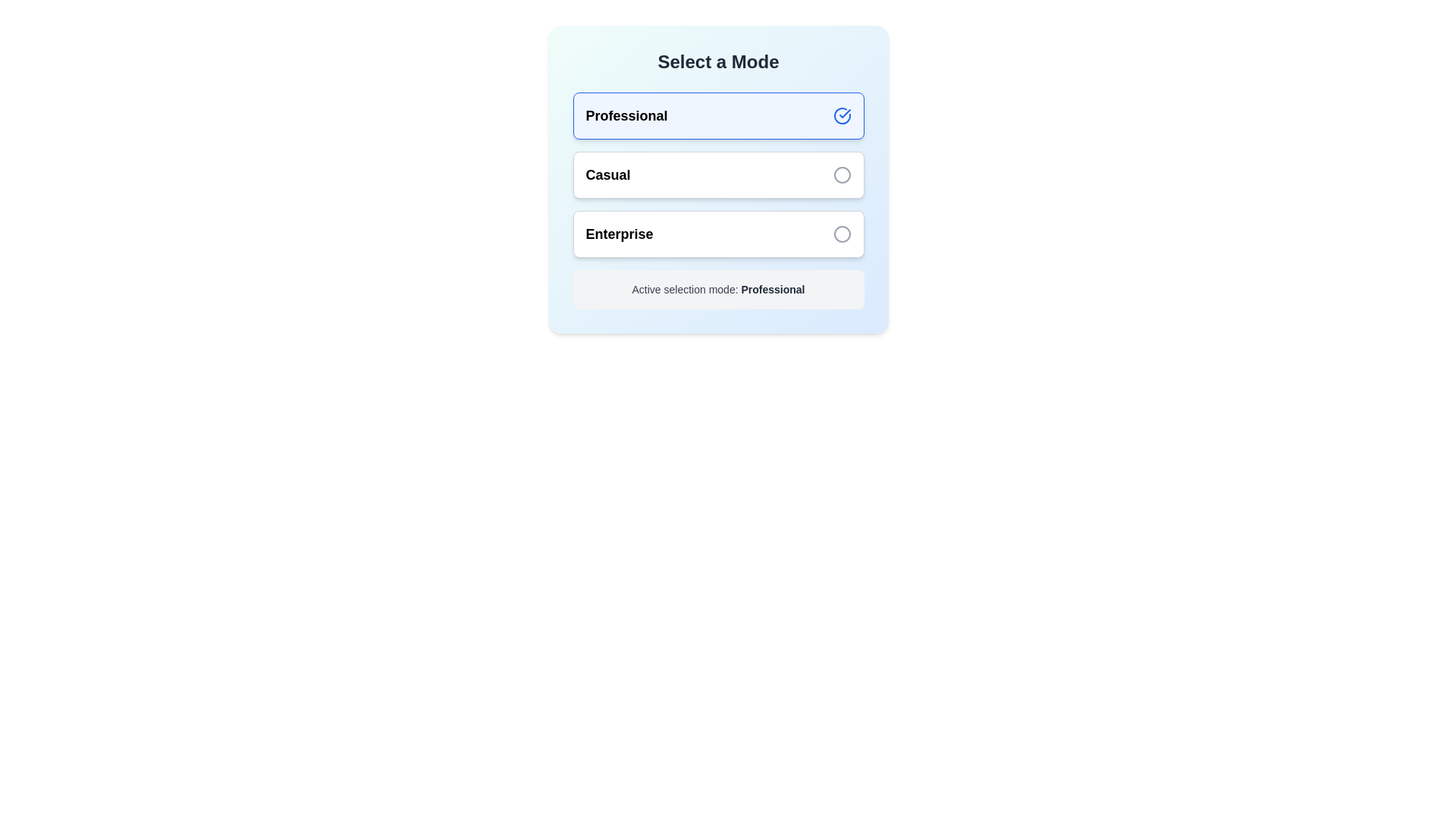 This screenshot has height=819, width=1456. Describe the element at coordinates (841, 174) in the screenshot. I see `the unselected radio button located to the immediate right of the 'Casual' text in the 'Select a Mode' list` at that location.